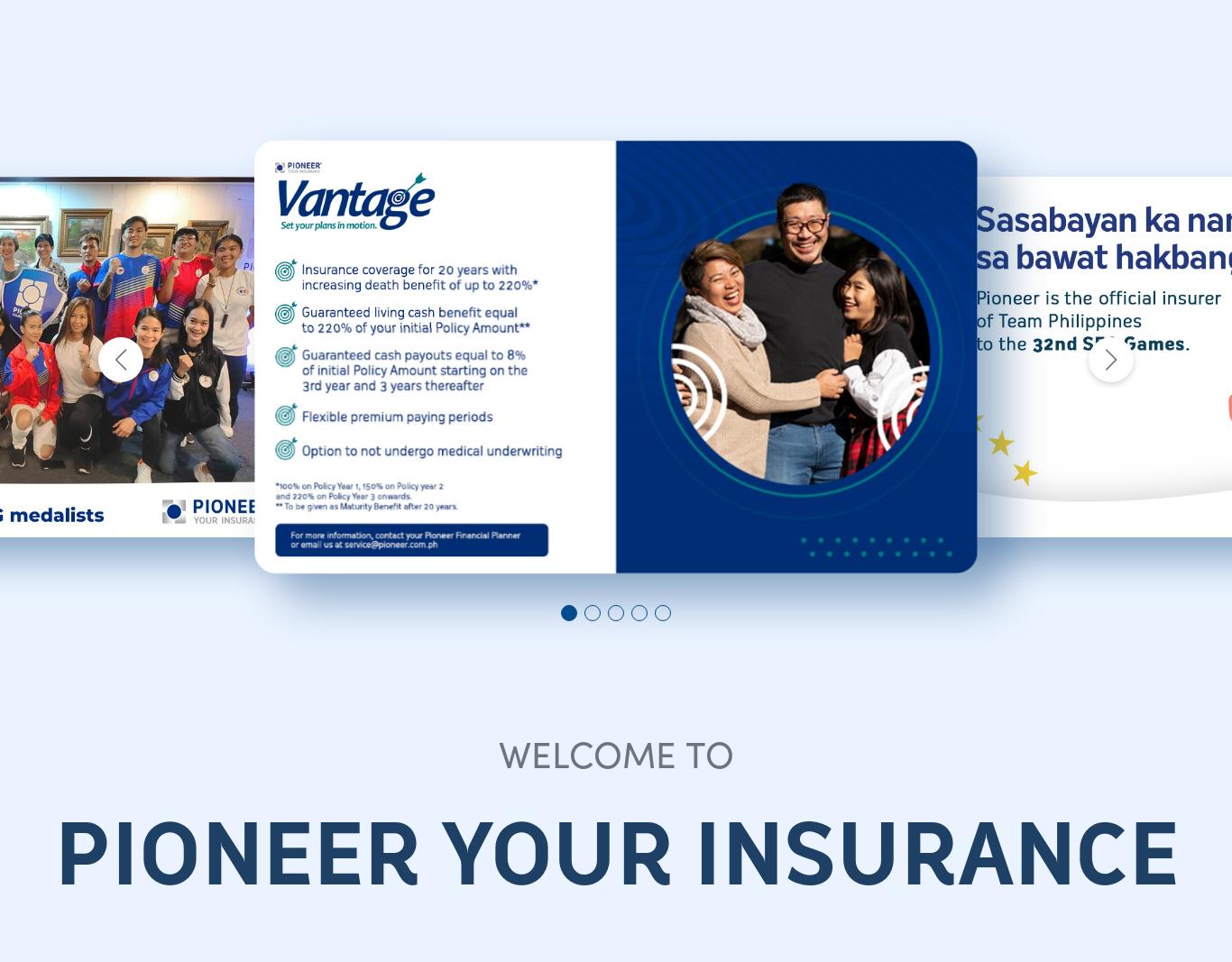 This screenshot has height=962, width=1232. I want to click on 'Follow Us!', so click(614, 765).